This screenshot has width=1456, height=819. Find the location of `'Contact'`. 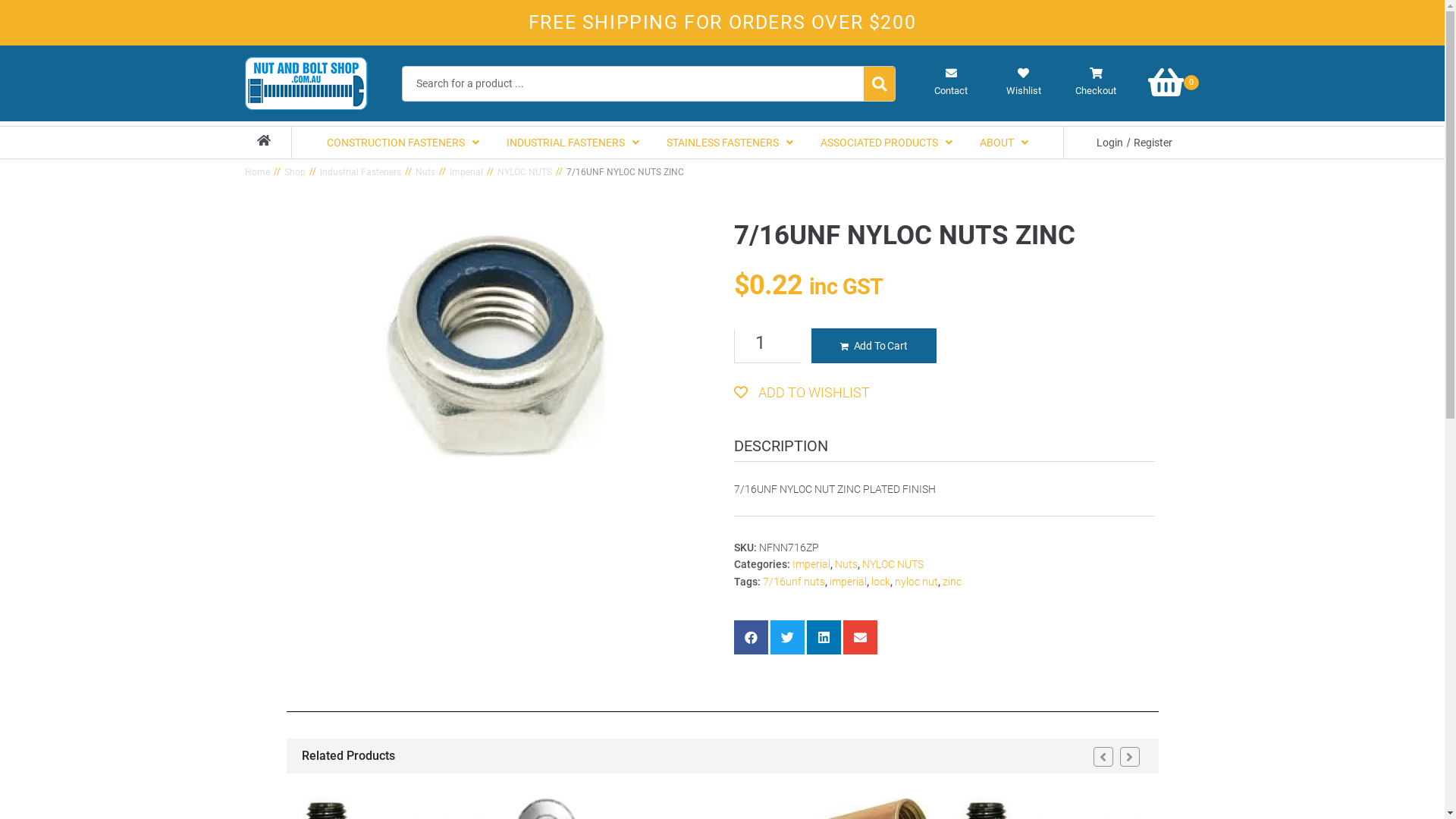

'Contact' is located at coordinates (950, 82).